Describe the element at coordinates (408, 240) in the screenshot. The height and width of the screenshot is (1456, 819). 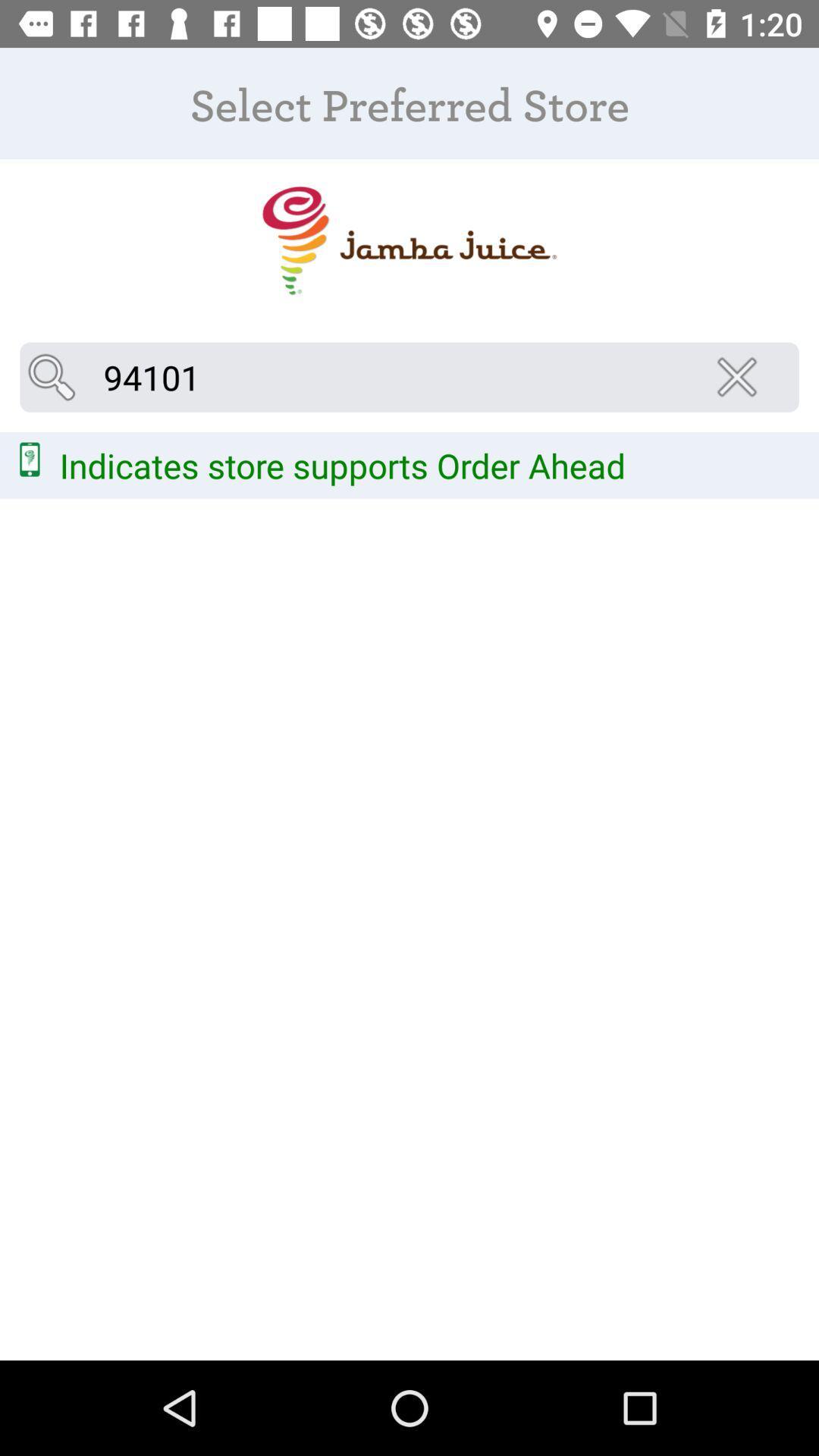
I see `item above 94101 icon` at that location.